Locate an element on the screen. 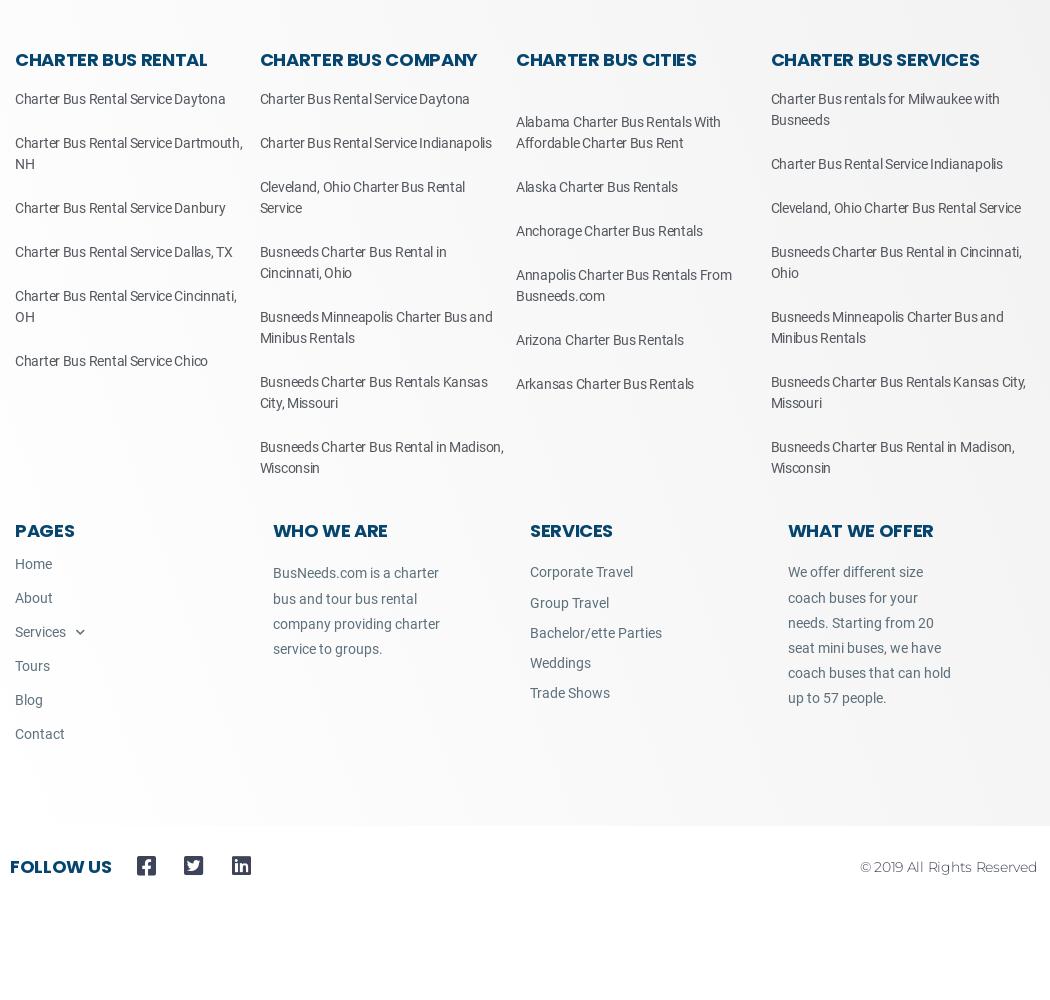  'Charter Bus Cities' is located at coordinates (605, 59).